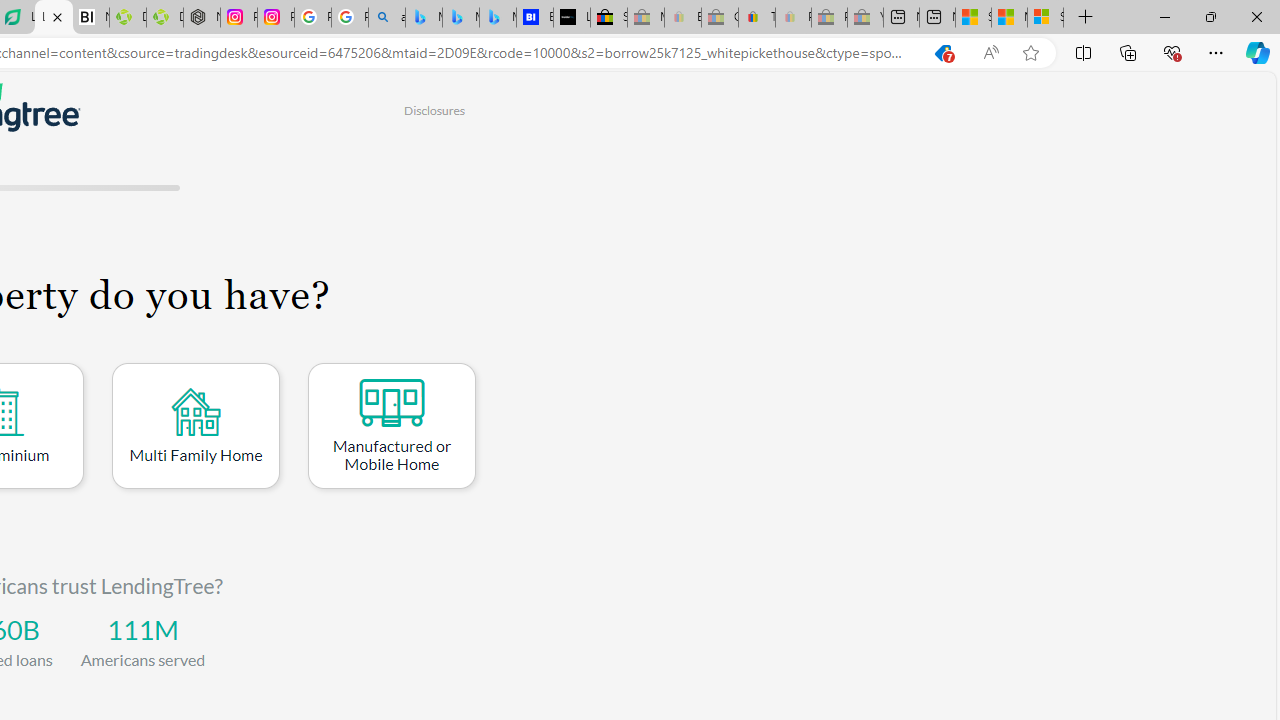 The height and width of the screenshot is (720, 1280). What do you see at coordinates (386, 17) in the screenshot?
I see `'alabama high school quarterback dies - Search'` at bounding box center [386, 17].